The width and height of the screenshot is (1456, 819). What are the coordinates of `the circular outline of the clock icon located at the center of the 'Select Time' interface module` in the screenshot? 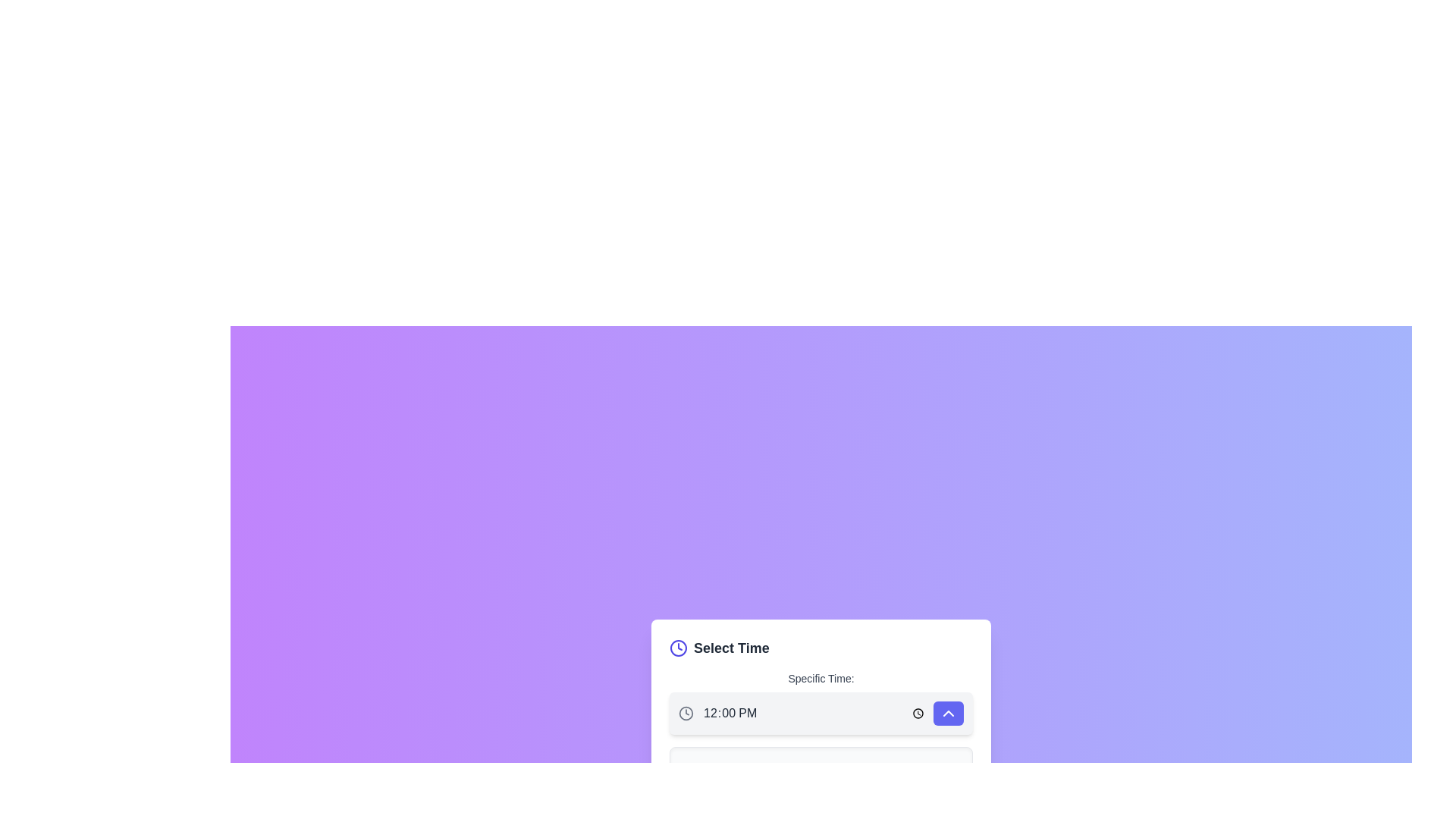 It's located at (686, 714).